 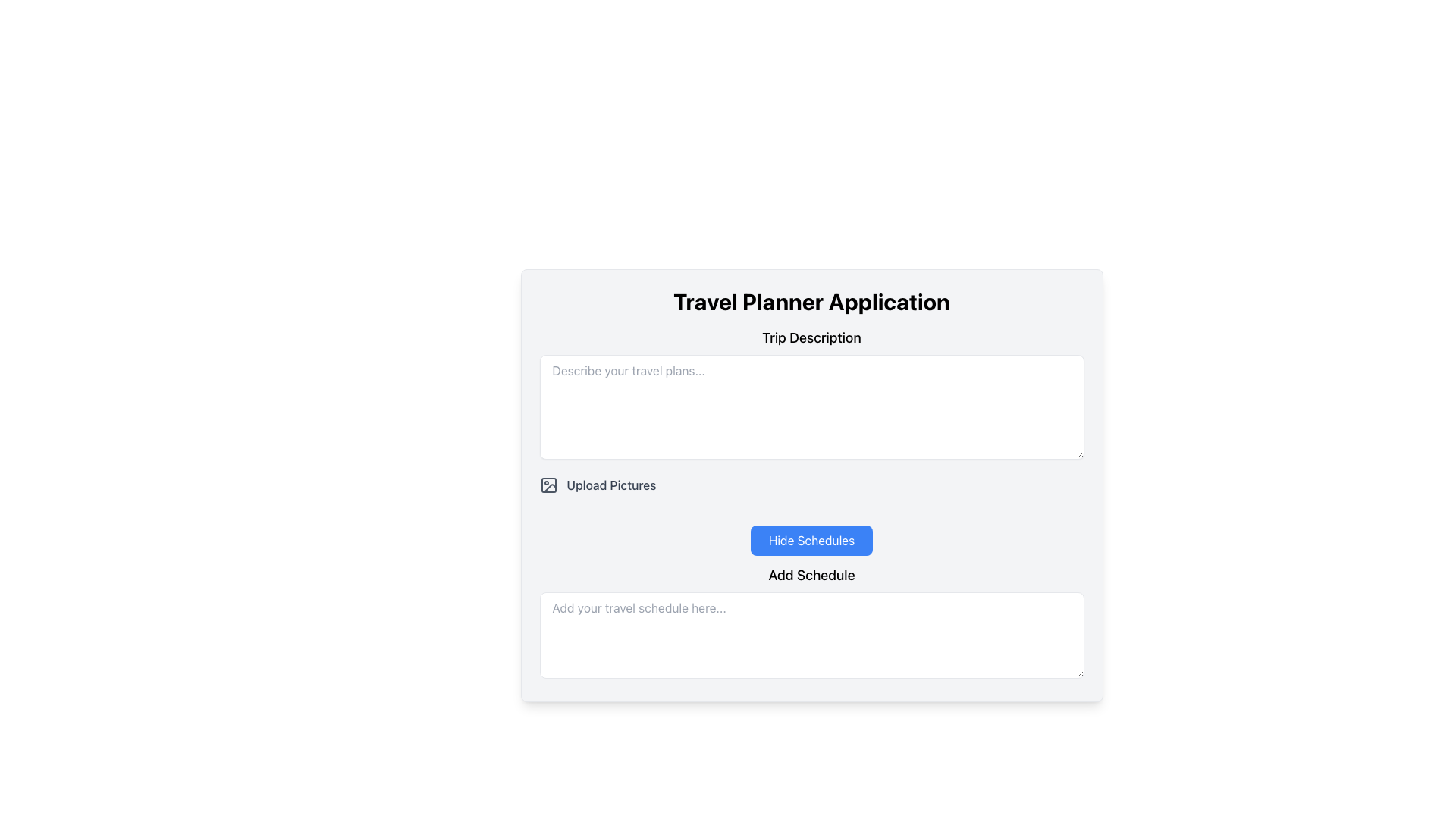 What do you see at coordinates (811, 576) in the screenshot?
I see `text from the descriptive label located above the multiline text input field with the placeholder 'Add your travel schedule here...'` at bounding box center [811, 576].